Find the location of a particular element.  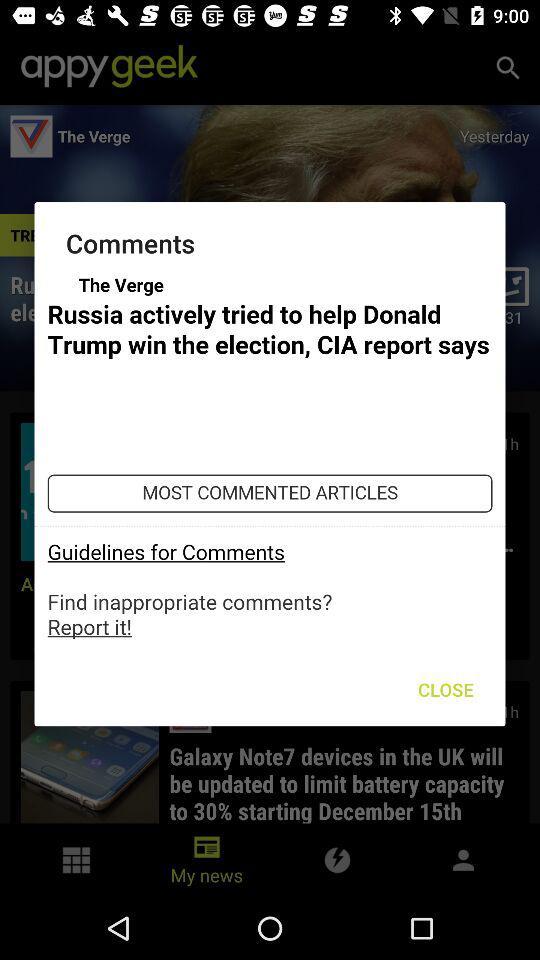

autoplay option is located at coordinates (270, 456).